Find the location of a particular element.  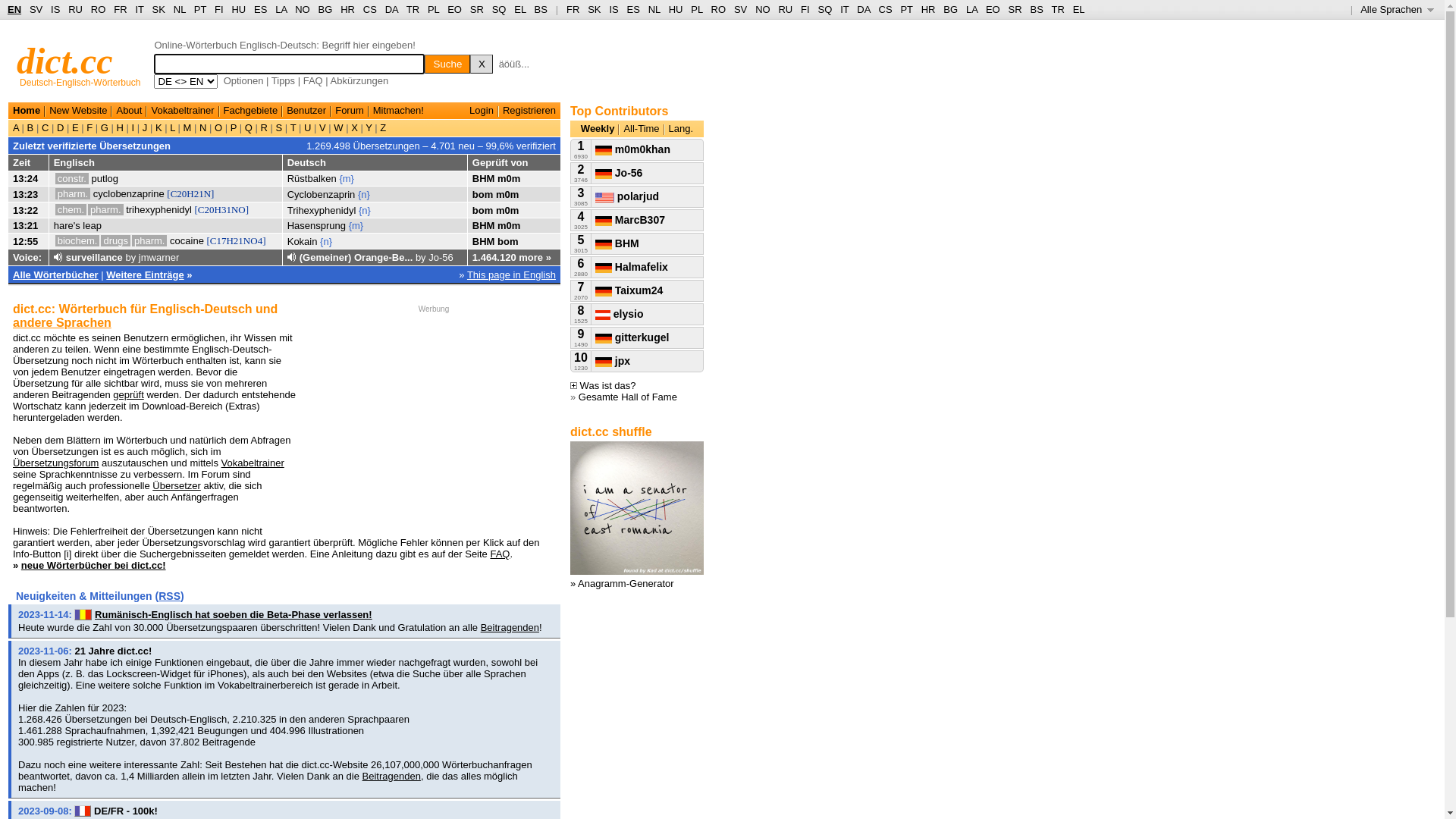

'Beitragenden' is located at coordinates (510, 627).